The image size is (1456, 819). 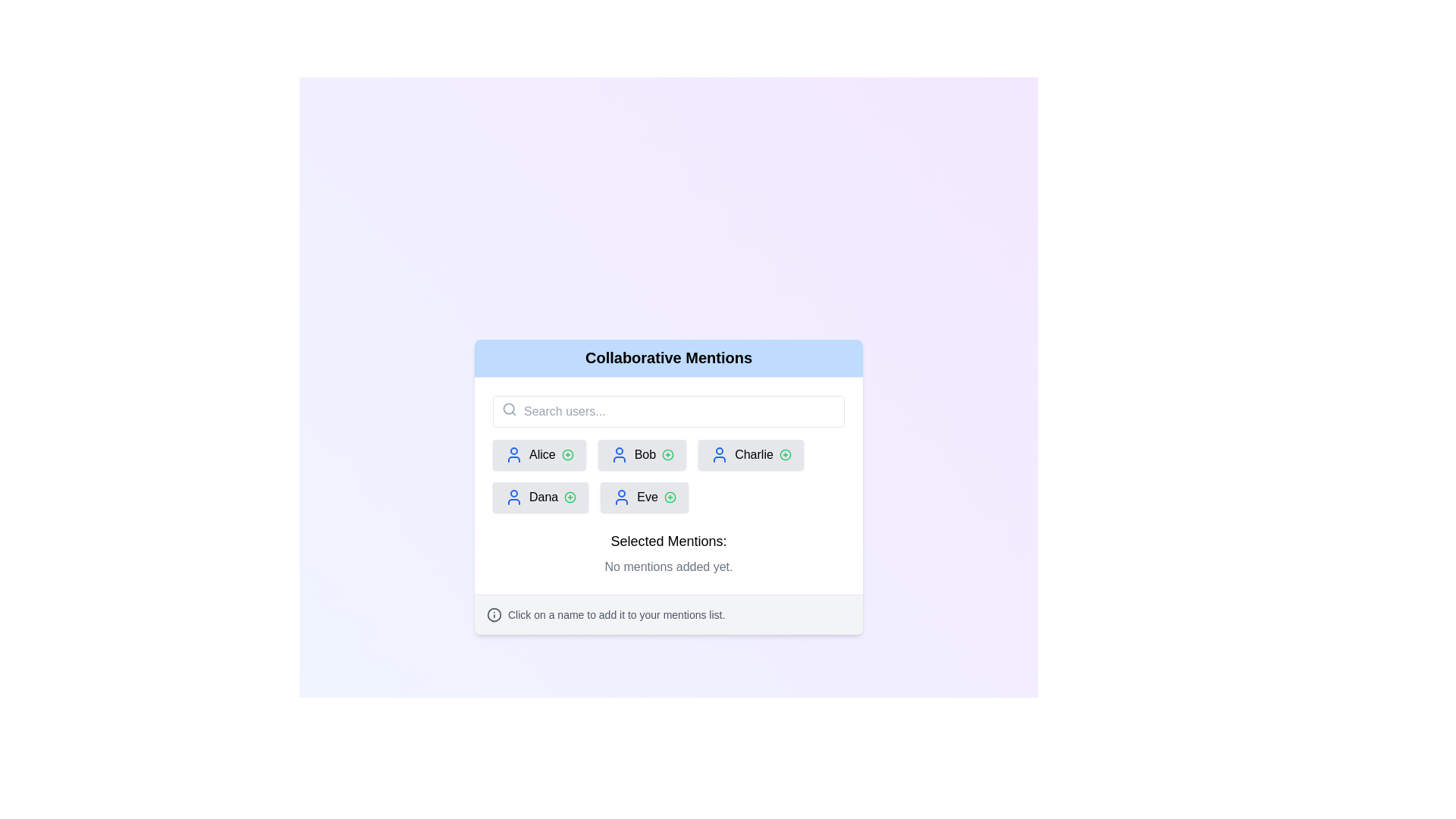 I want to click on the informational text label indicating that no mentions have been added to the list yet, located under the heading 'Selected Mentions:' in the 'Collaborative Mentions' widget, so click(x=668, y=566).